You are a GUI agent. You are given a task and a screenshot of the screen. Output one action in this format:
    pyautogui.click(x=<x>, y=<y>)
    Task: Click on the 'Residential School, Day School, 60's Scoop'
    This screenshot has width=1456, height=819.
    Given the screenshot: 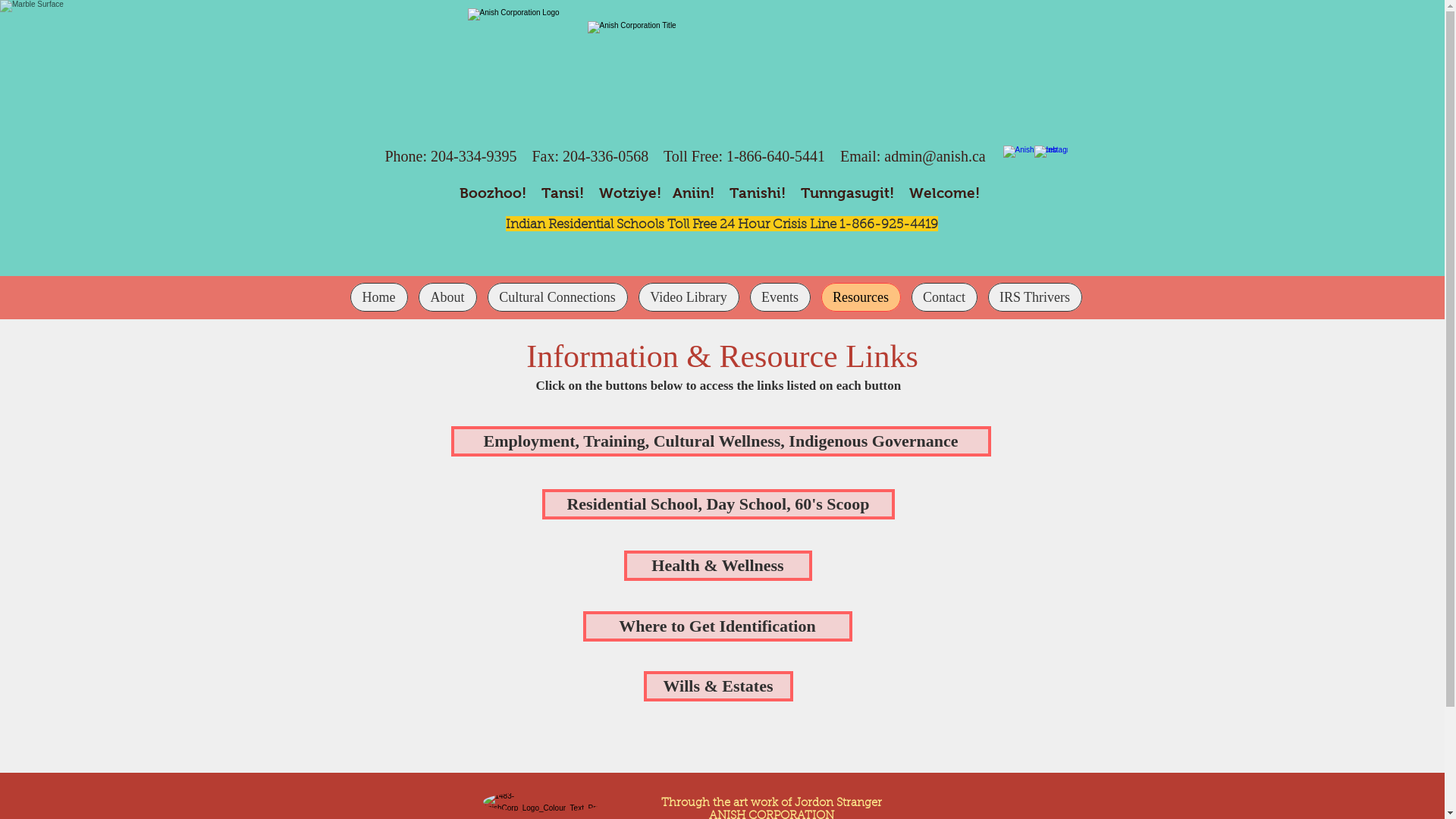 What is the action you would take?
    pyautogui.click(x=717, y=504)
    